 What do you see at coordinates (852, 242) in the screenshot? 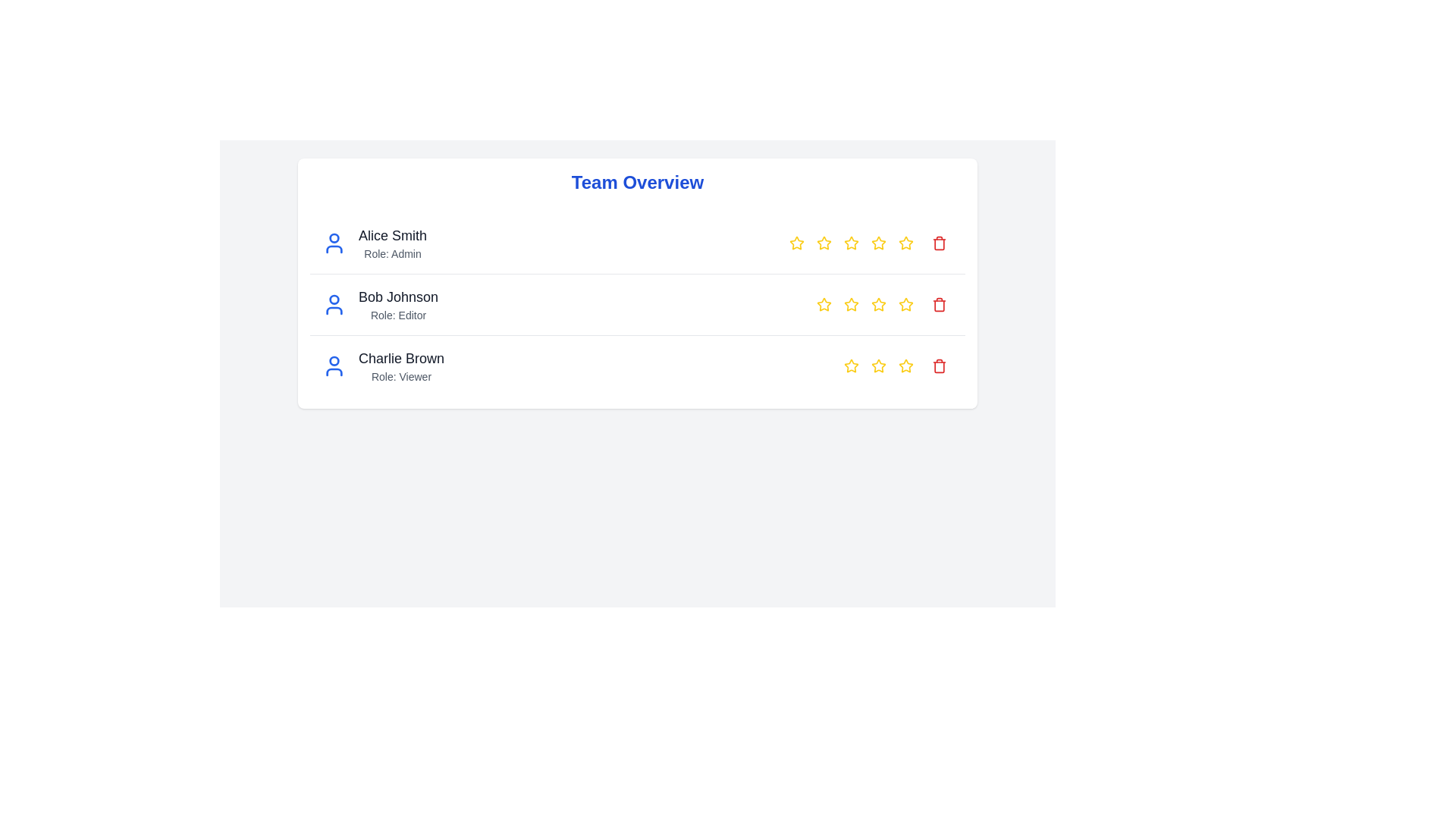
I see `the third star rating widget for 'Alice Smith' in the 'Team Overview' section` at bounding box center [852, 242].